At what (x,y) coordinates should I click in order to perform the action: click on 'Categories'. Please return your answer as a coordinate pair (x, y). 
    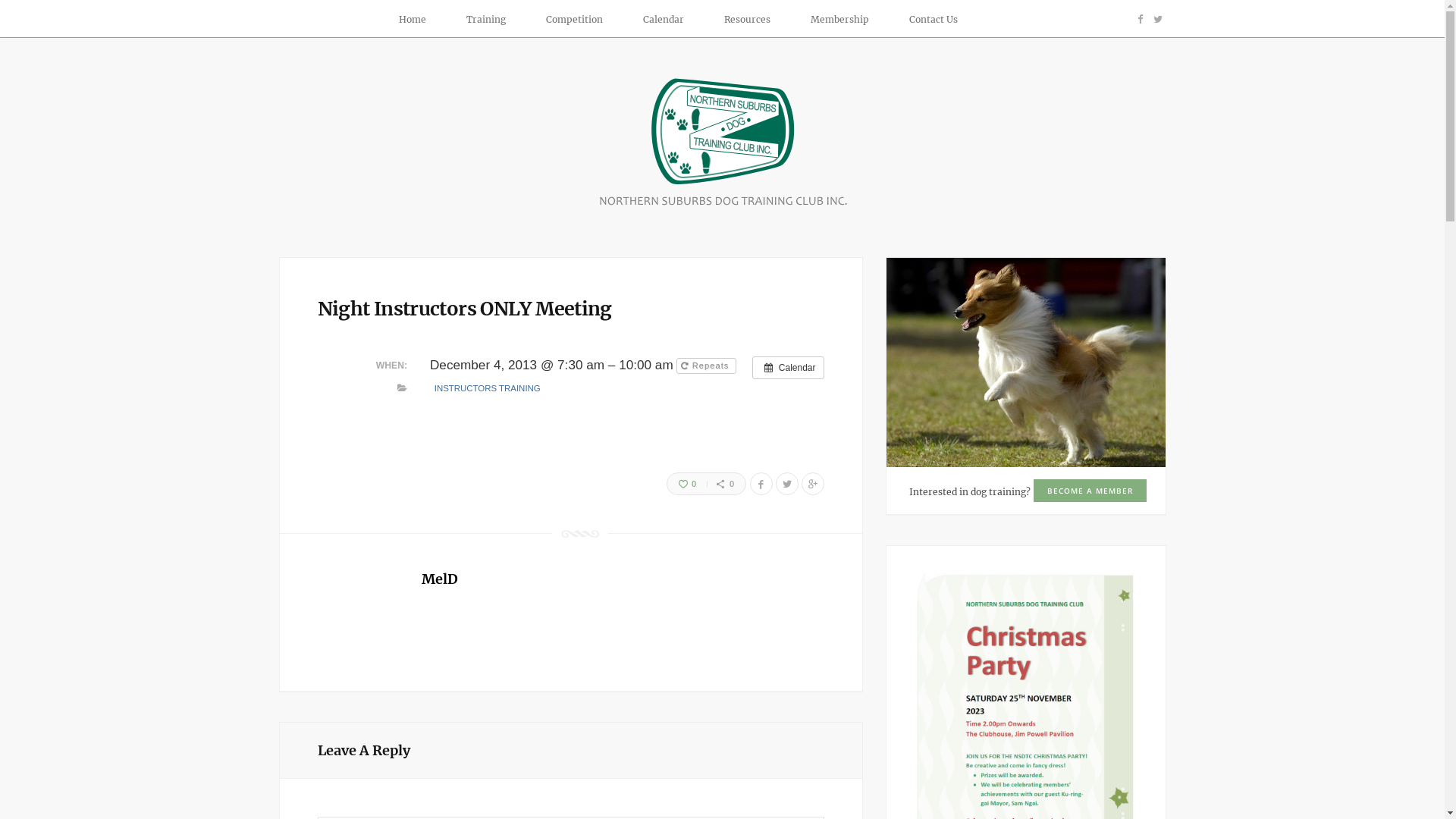
    Looking at the image, I should click on (402, 388).